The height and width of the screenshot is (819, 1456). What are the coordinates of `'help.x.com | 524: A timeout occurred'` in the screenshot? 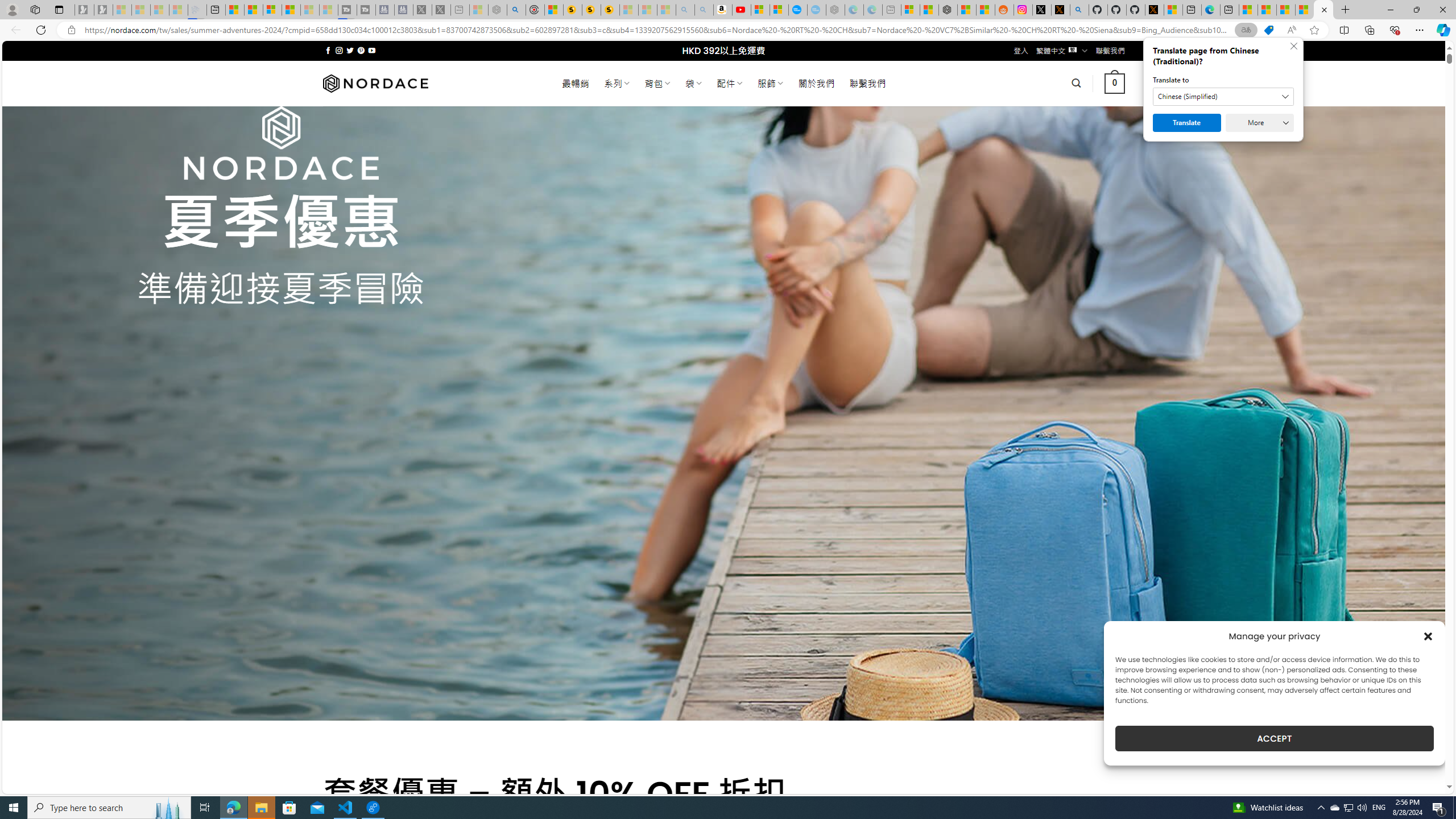 It's located at (1060, 9).